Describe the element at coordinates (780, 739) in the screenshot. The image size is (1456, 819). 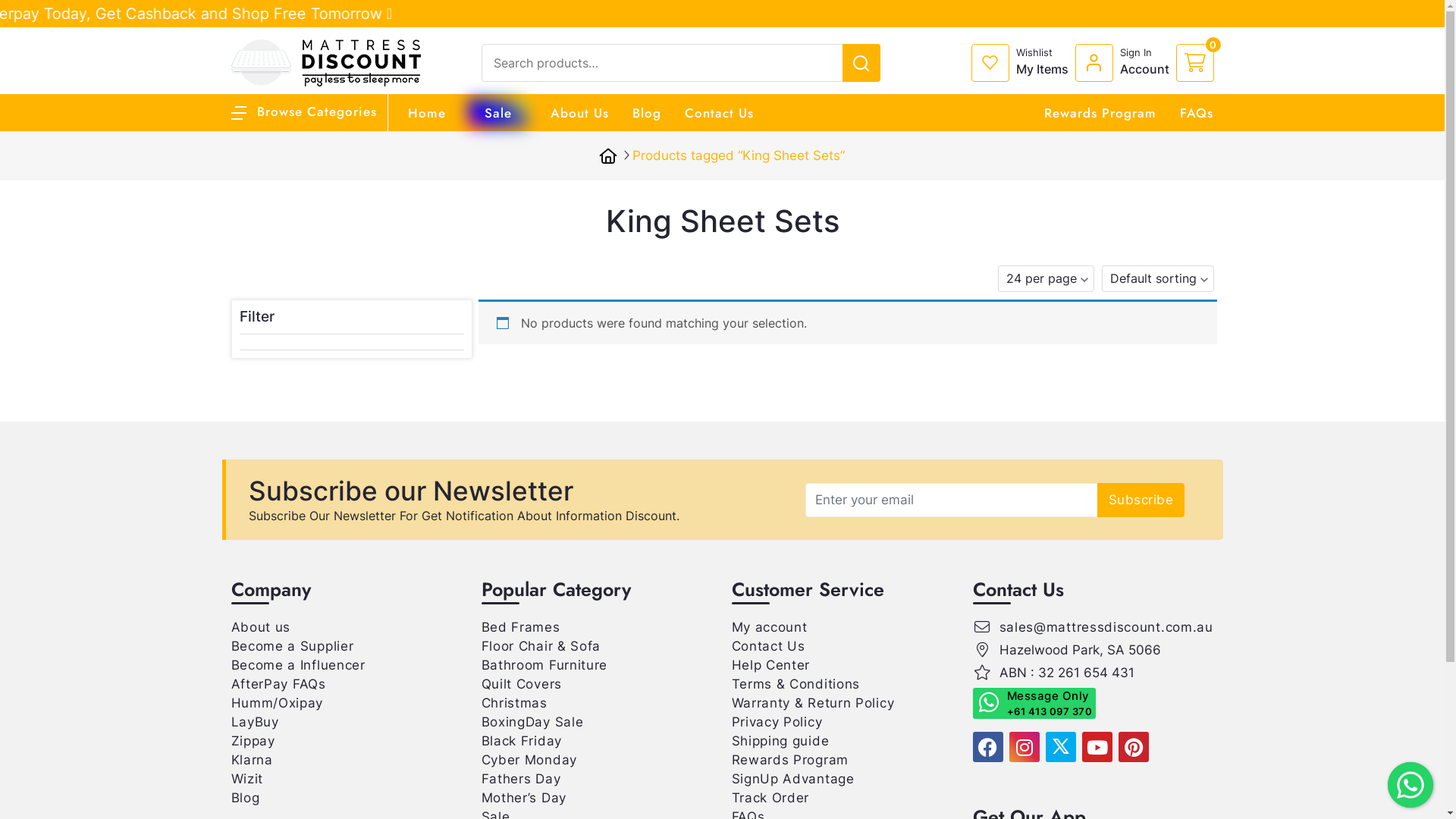
I see `'Shipping guide'` at that location.